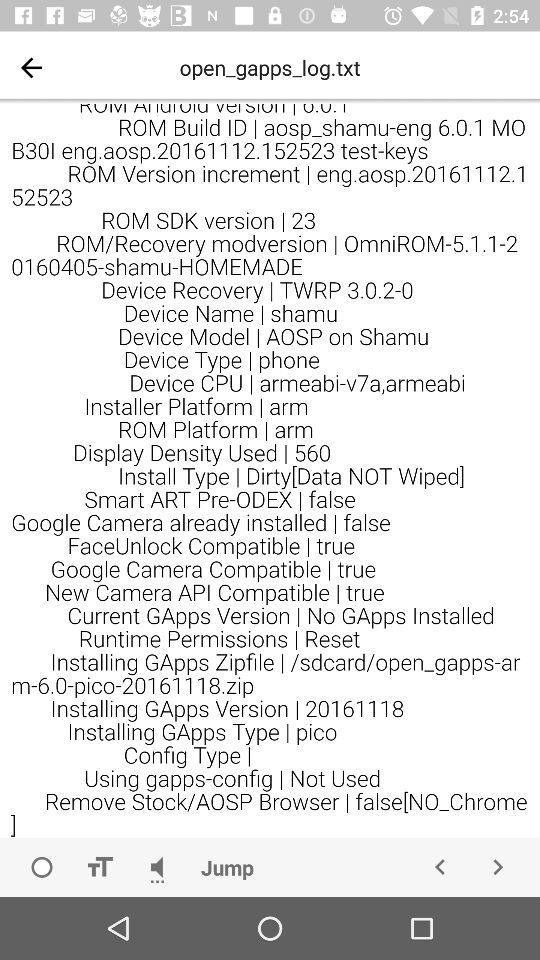  Describe the element at coordinates (496, 866) in the screenshot. I see `next page` at that location.